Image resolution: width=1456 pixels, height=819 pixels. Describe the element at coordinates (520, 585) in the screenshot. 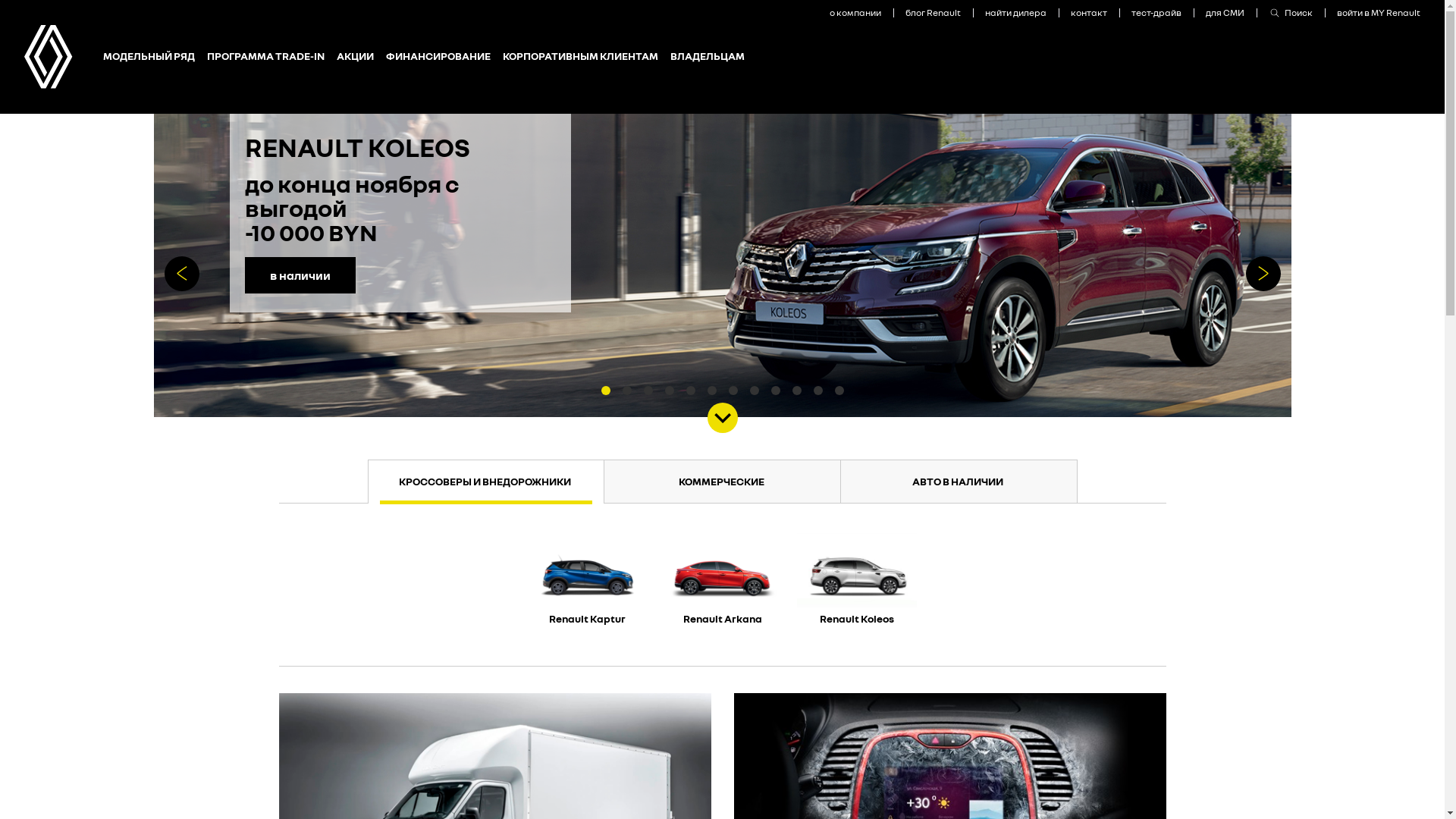

I see `'Renault Kaptur'` at that location.